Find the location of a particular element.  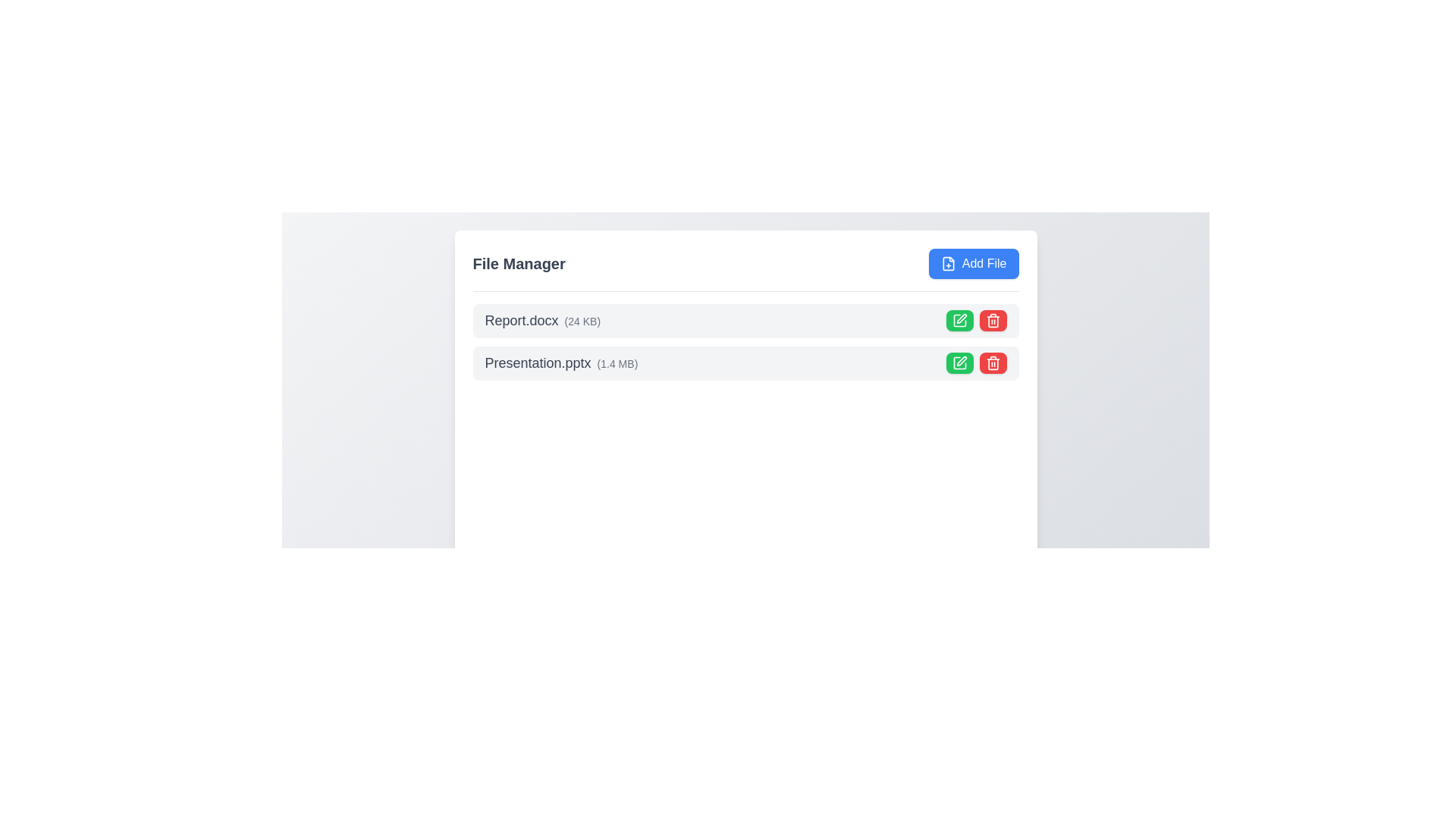

the trash icon button is located at coordinates (993, 362).